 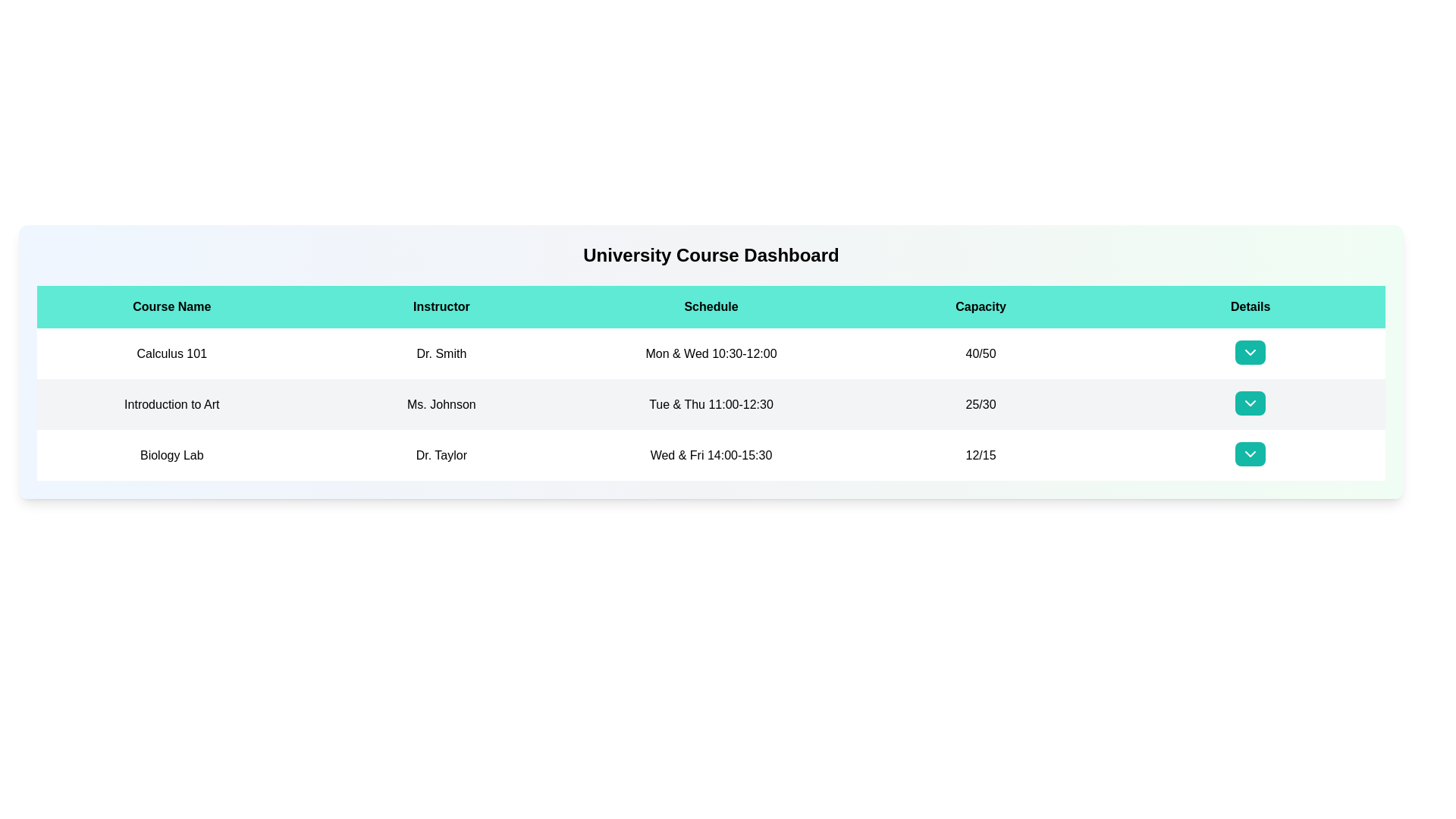 I want to click on the 'Biology Lab' text label, which is located in the third row, first column of a table, positioned to the left of 'Dr. Taylor' and above the schedule details for 'Wed & Fri 14:00-15:30', so click(x=171, y=454).